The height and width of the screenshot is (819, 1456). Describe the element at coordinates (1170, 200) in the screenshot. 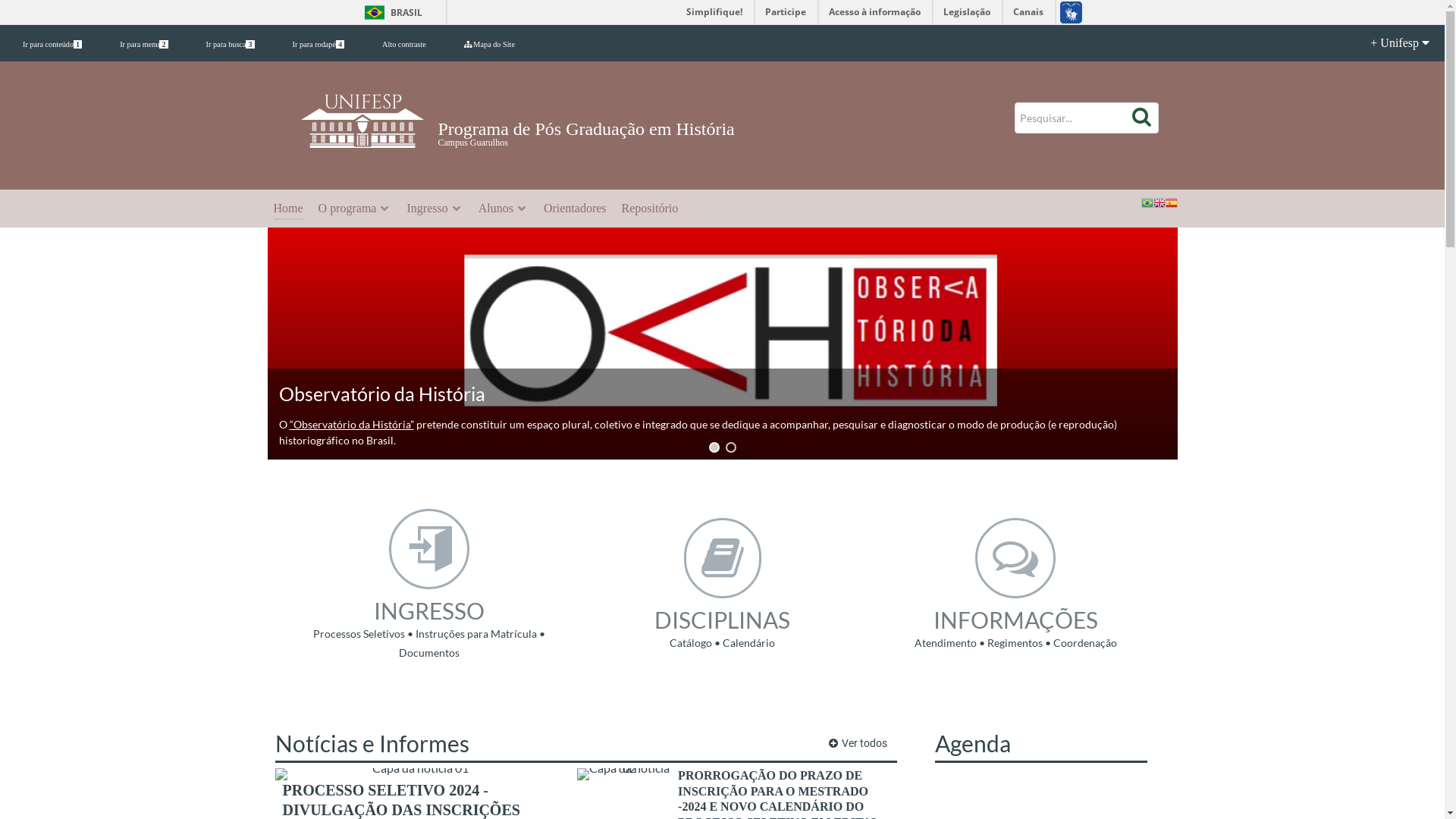

I see `'Spanish'` at that location.